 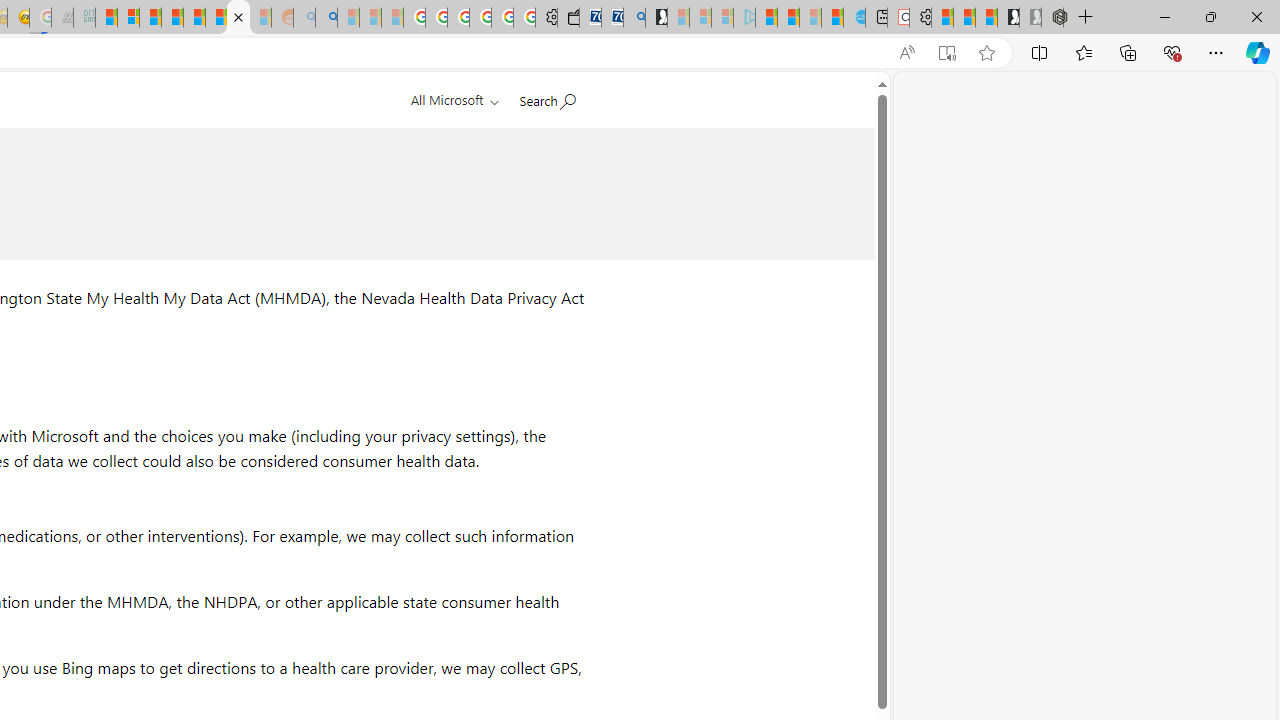 What do you see at coordinates (633, 17) in the screenshot?
I see `'Bing Real Estate - Home sales and rental listings'` at bounding box center [633, 17].